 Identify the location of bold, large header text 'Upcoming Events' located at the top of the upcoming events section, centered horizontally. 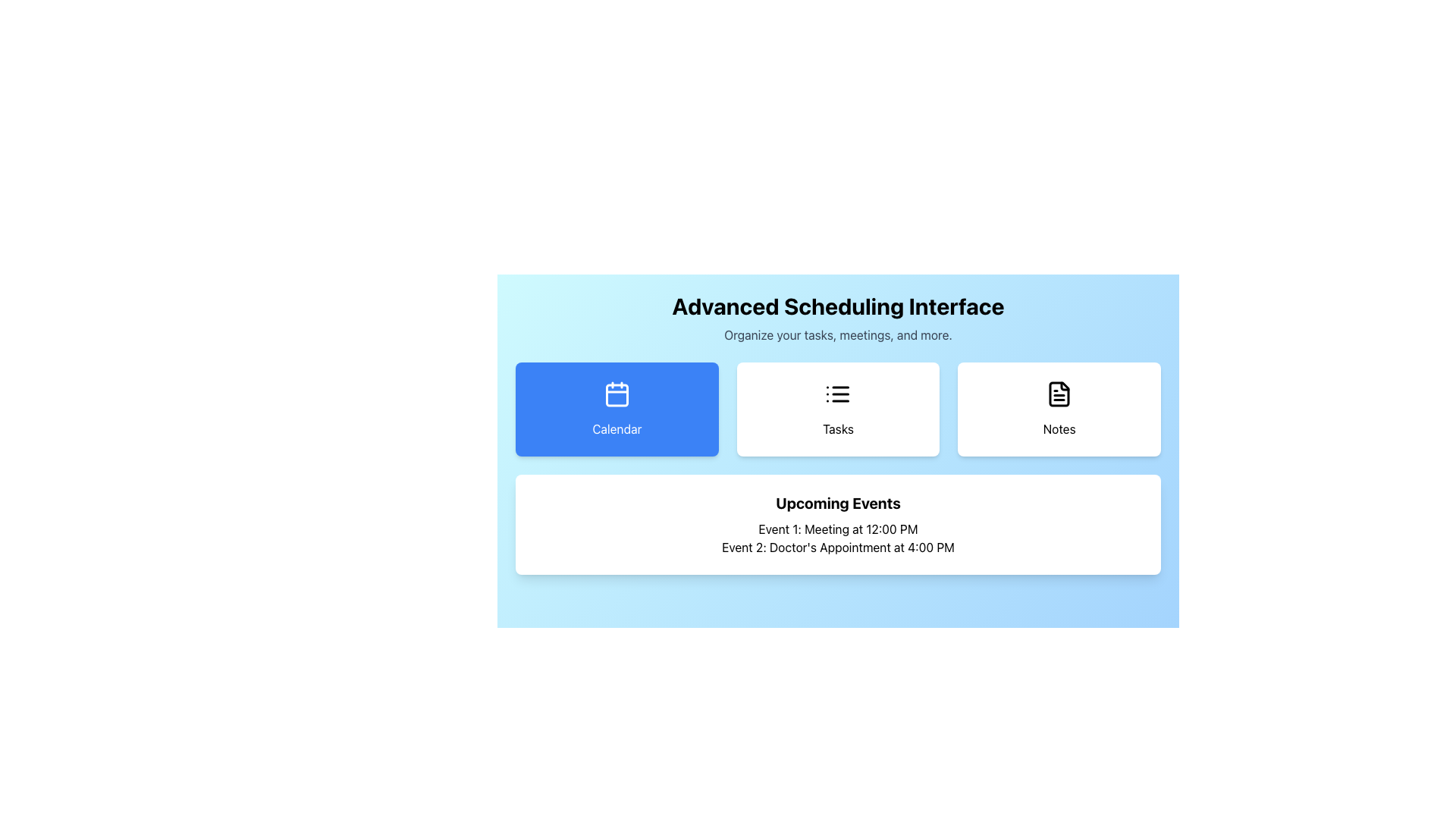
(837, 503).